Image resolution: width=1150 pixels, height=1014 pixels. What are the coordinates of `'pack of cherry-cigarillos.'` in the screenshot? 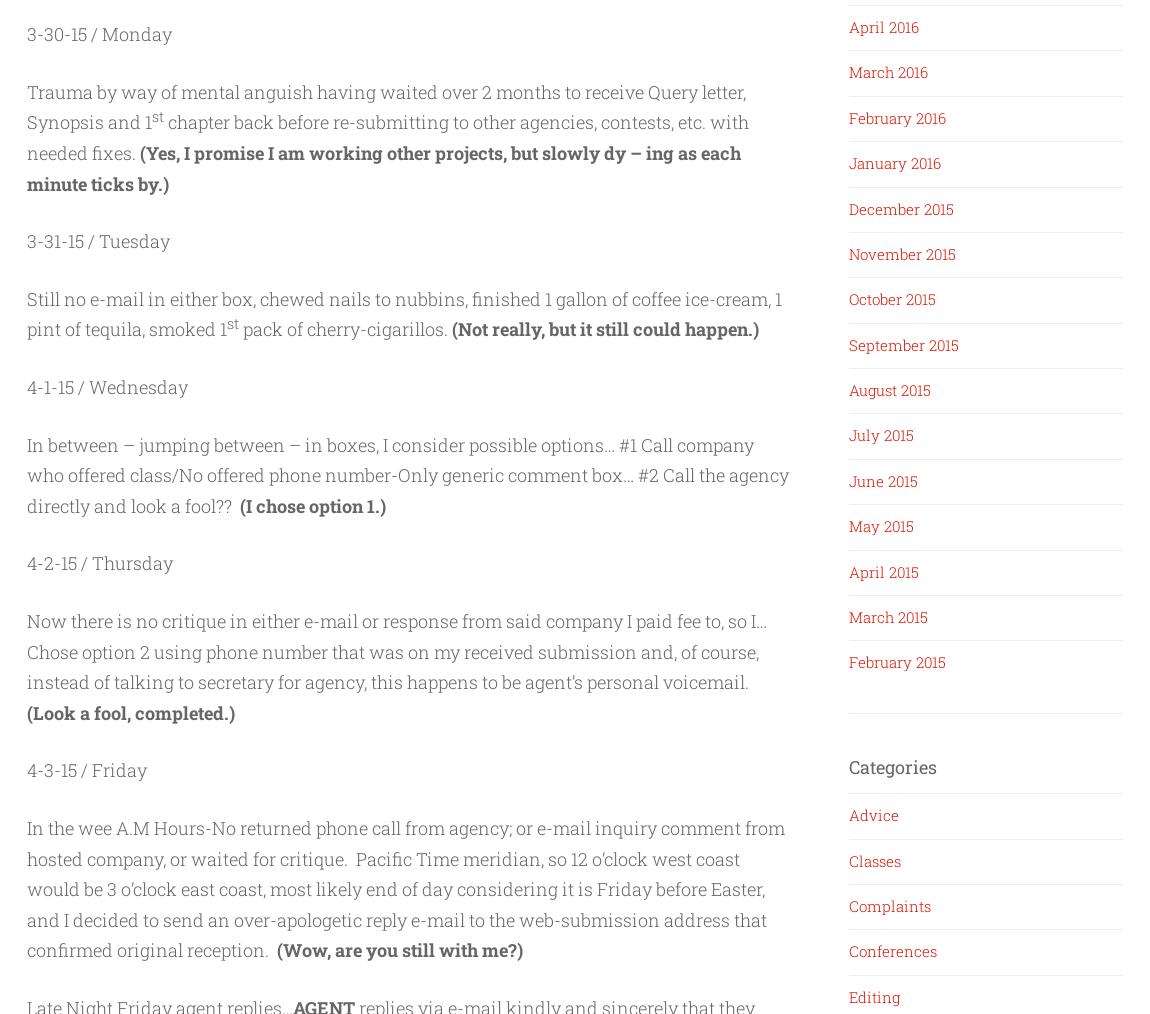 It's located at (345, 329).